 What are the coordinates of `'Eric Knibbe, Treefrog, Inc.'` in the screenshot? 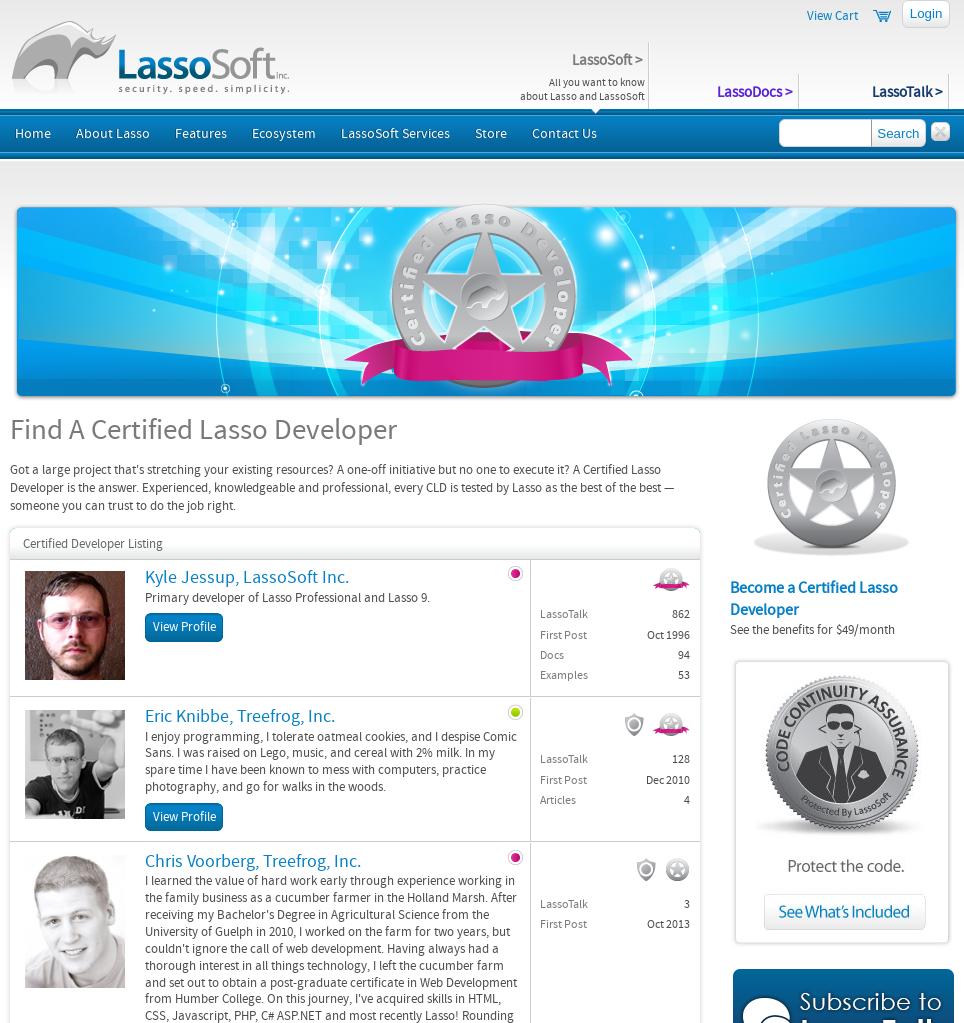 It's located at (240, 715).